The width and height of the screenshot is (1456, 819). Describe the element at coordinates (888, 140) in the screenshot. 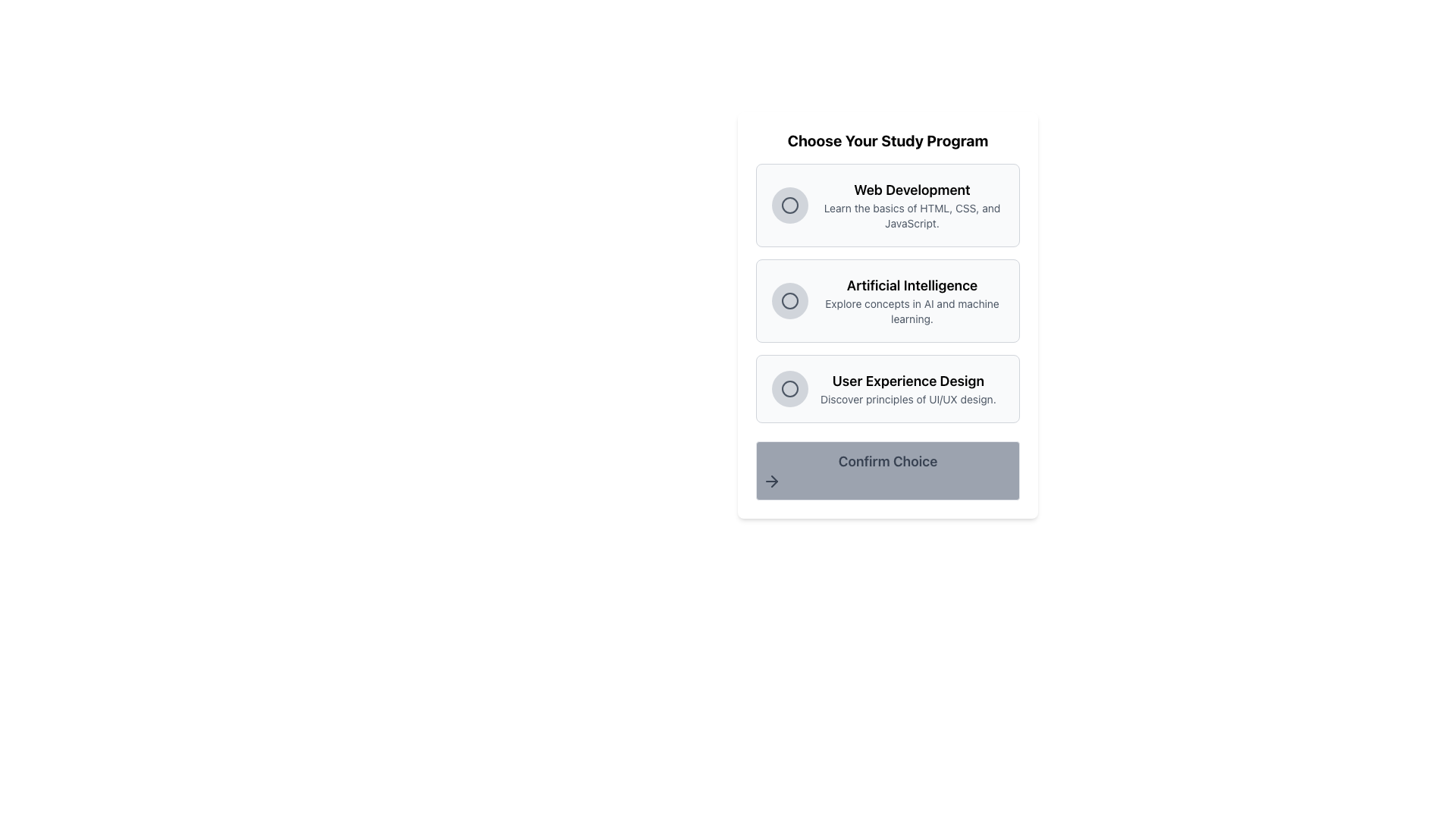

I see `the main heading for the section that provides context for study program options, which is located at the top of the section above titles like 'Web Development', 'Artificial Intelligence', and 'User Experience Design'` at that location.